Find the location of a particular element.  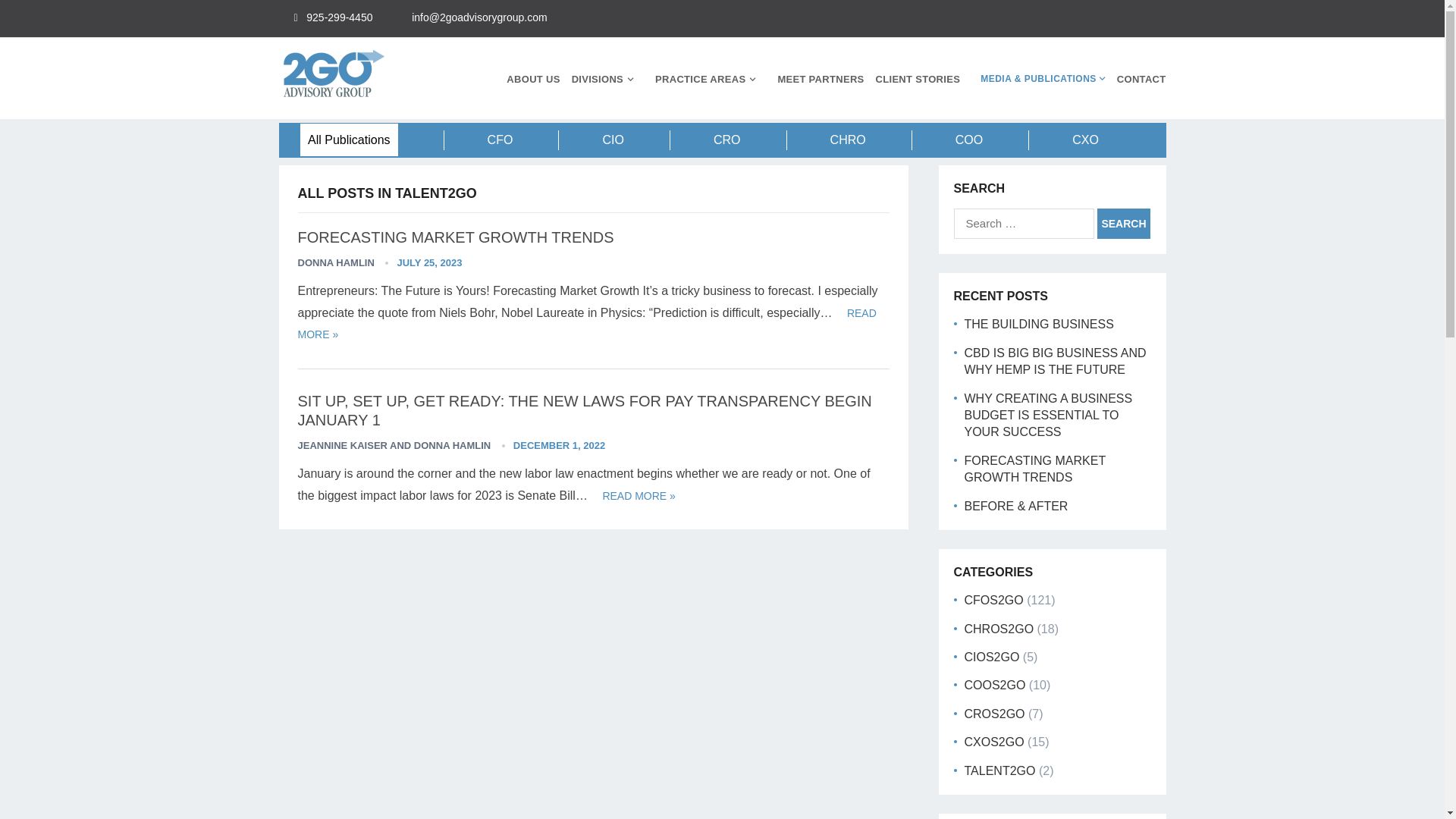

'CIO' is located at coordinates (612, 140).